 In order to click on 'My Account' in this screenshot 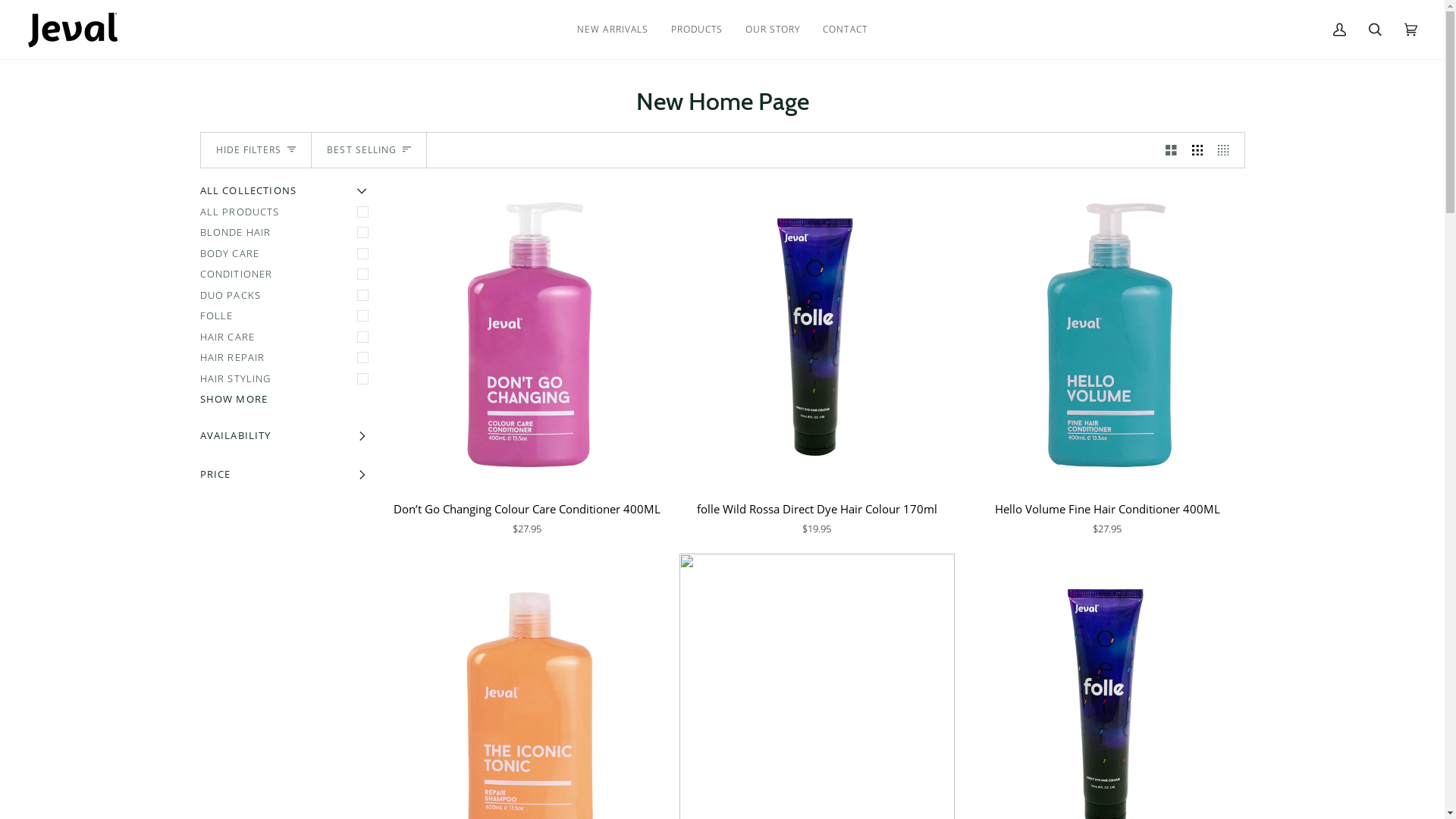, I will do `click(1339, 29)`.